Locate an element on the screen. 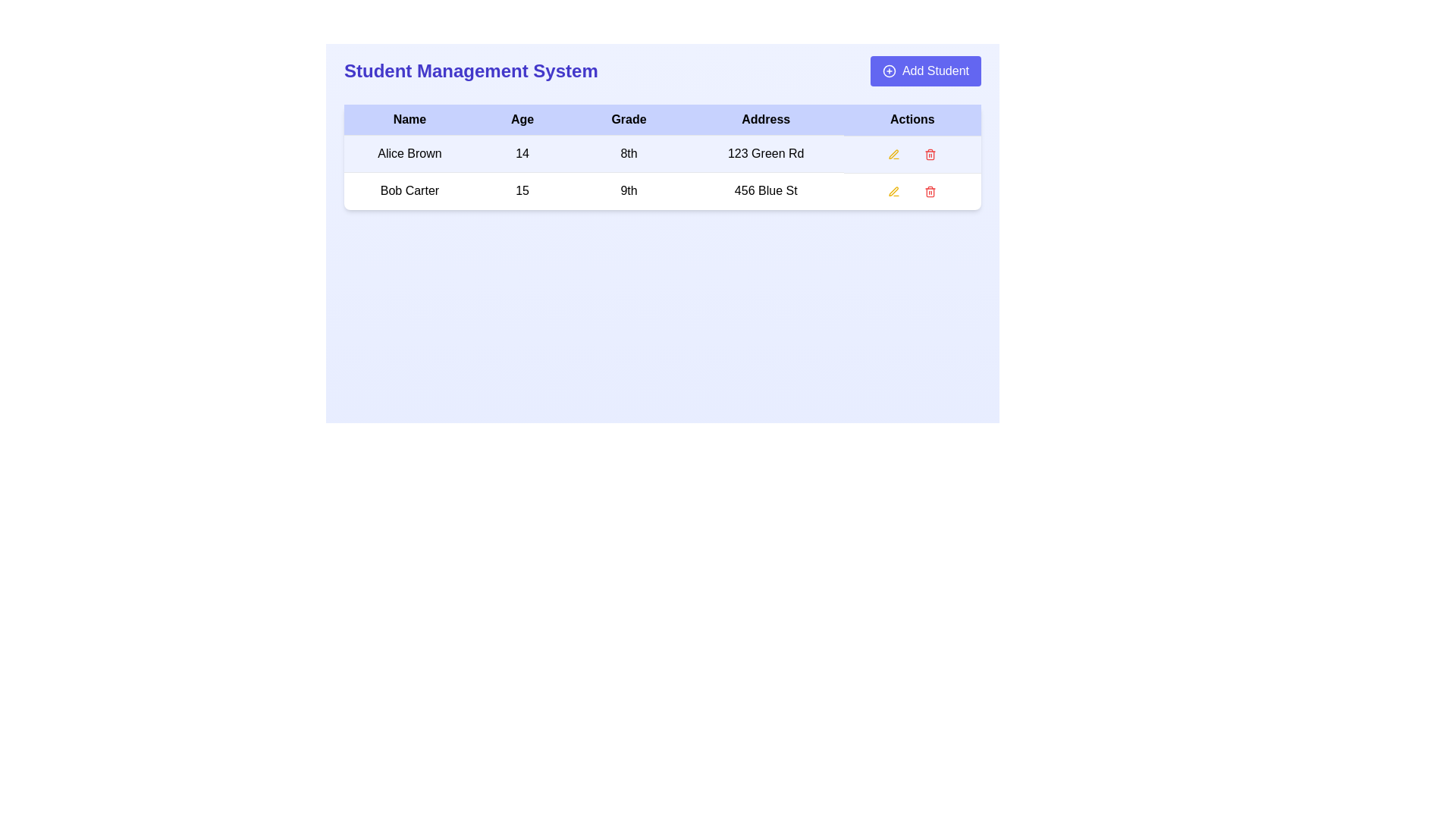 The image size is (1456, 819). the first data row in the table is located at coordinates (662, 171).